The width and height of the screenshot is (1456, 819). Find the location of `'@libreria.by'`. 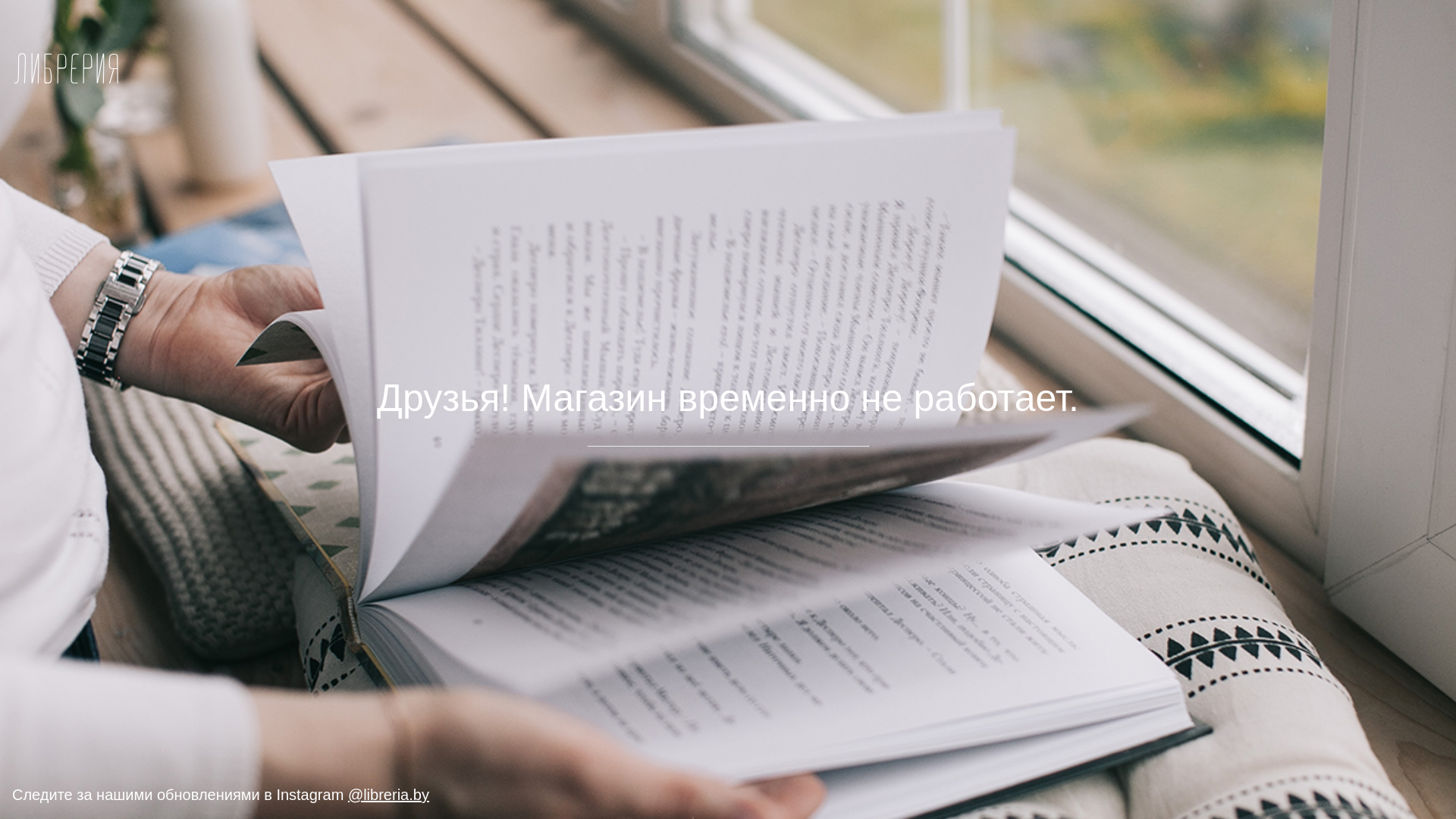

'@libreria.by' is located at coordinates (347, 794).